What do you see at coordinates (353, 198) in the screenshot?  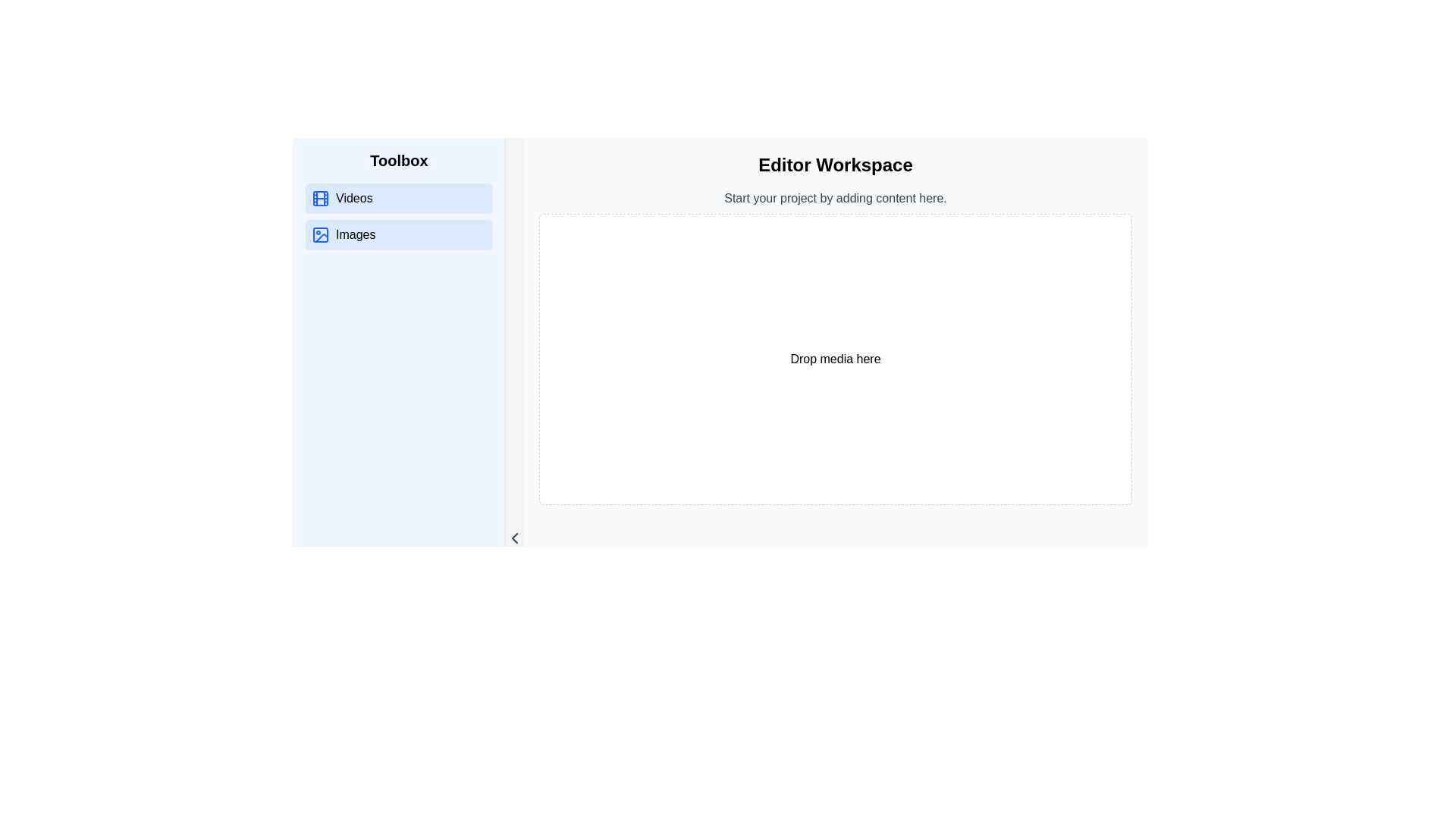 I see `the text label reading 'Videos' which is styled in black font on a light blue background, located in the Toolbox section above the 'Images' option` at bounding box center [353, 198].